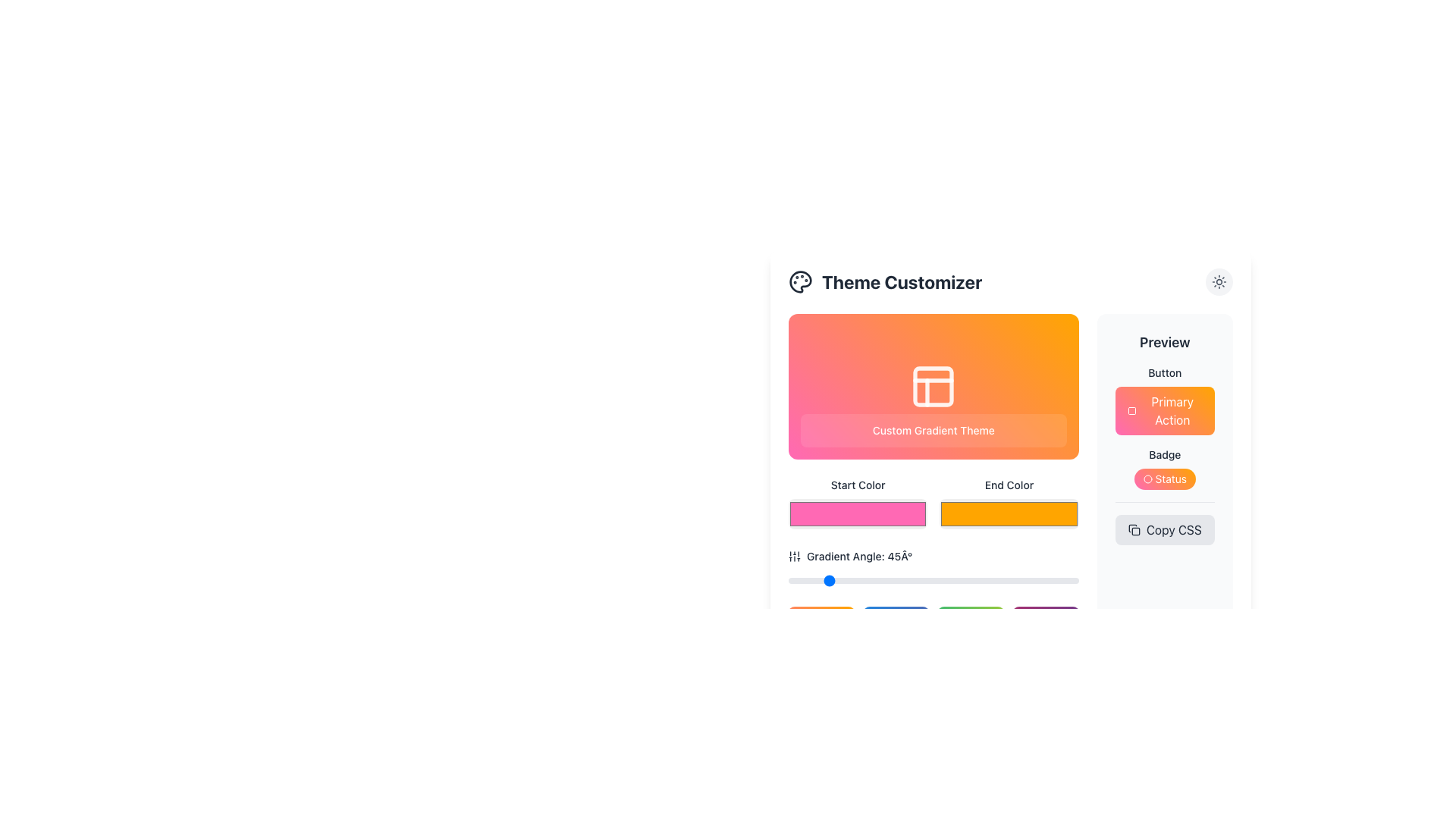 The image size is (1456, 819). What do you see at coordinates (858, 485) in the screenshot?
I see `the 'Start Color' label, a non-interactive text element in bold, medium-sized font, located in the 'Theme Customizer' panel, above the color-picker input field` at bounding box center [858, 485].